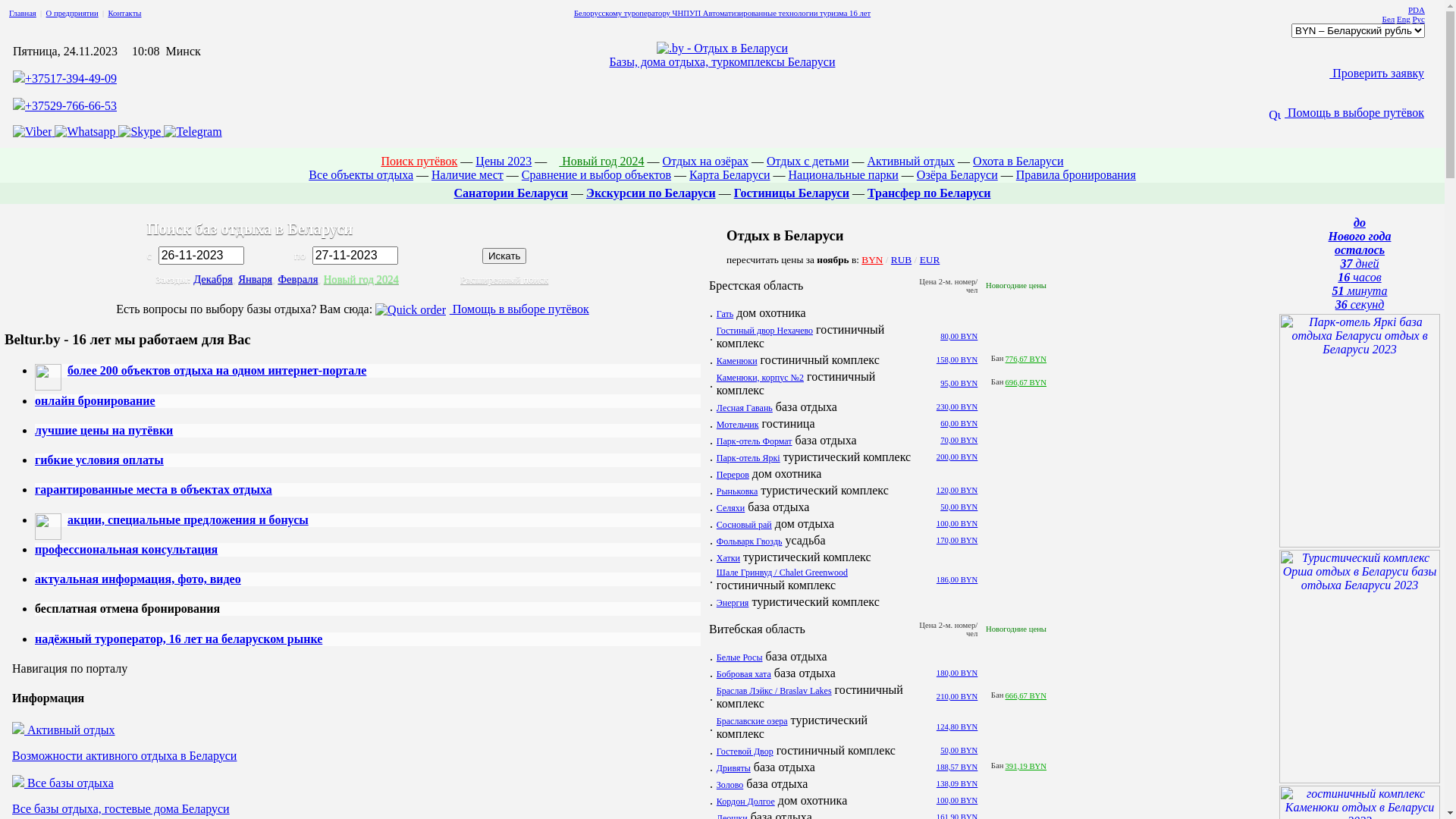 The width and height of the screenshot is (1456, 819). Describe the element at coordinates (958, 382) in the screenshot. I see `'95,00 BYN'` at that location.